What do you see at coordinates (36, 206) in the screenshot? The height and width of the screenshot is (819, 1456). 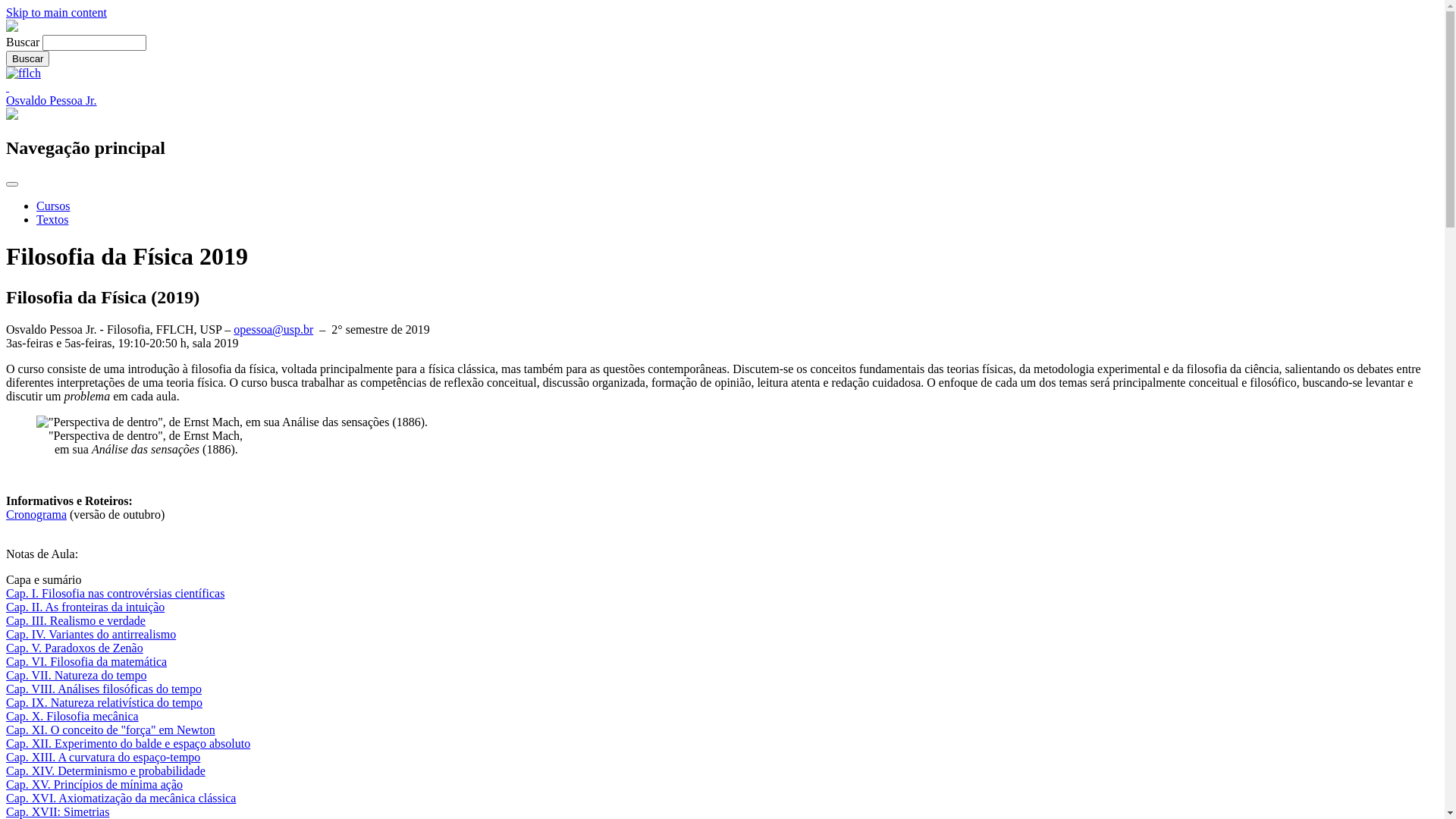 I see `'Cursos'` at bounding box center [36, 206].